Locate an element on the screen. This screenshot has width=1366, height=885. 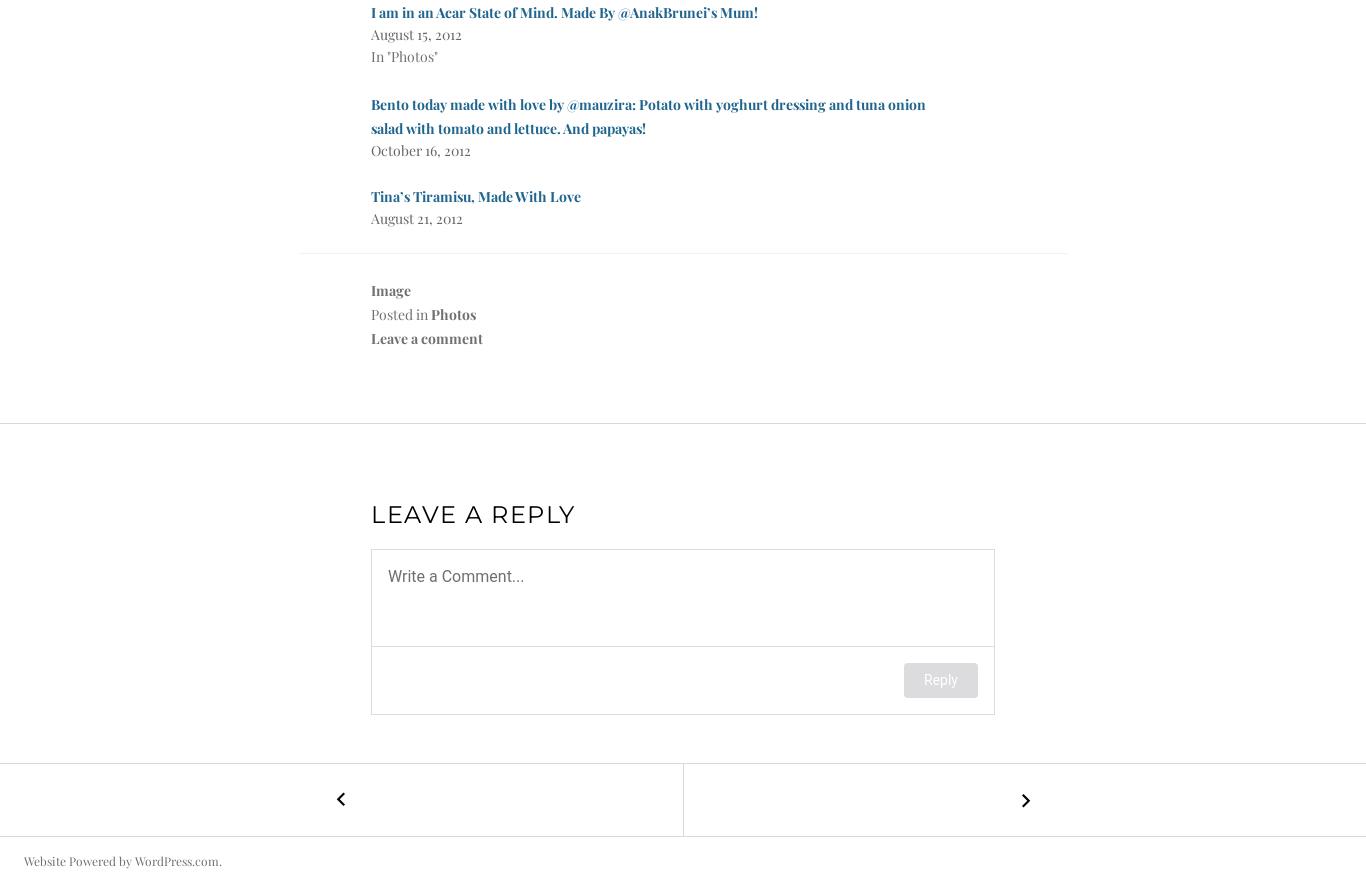
'Posted in' is located at coordinates (400, 313).